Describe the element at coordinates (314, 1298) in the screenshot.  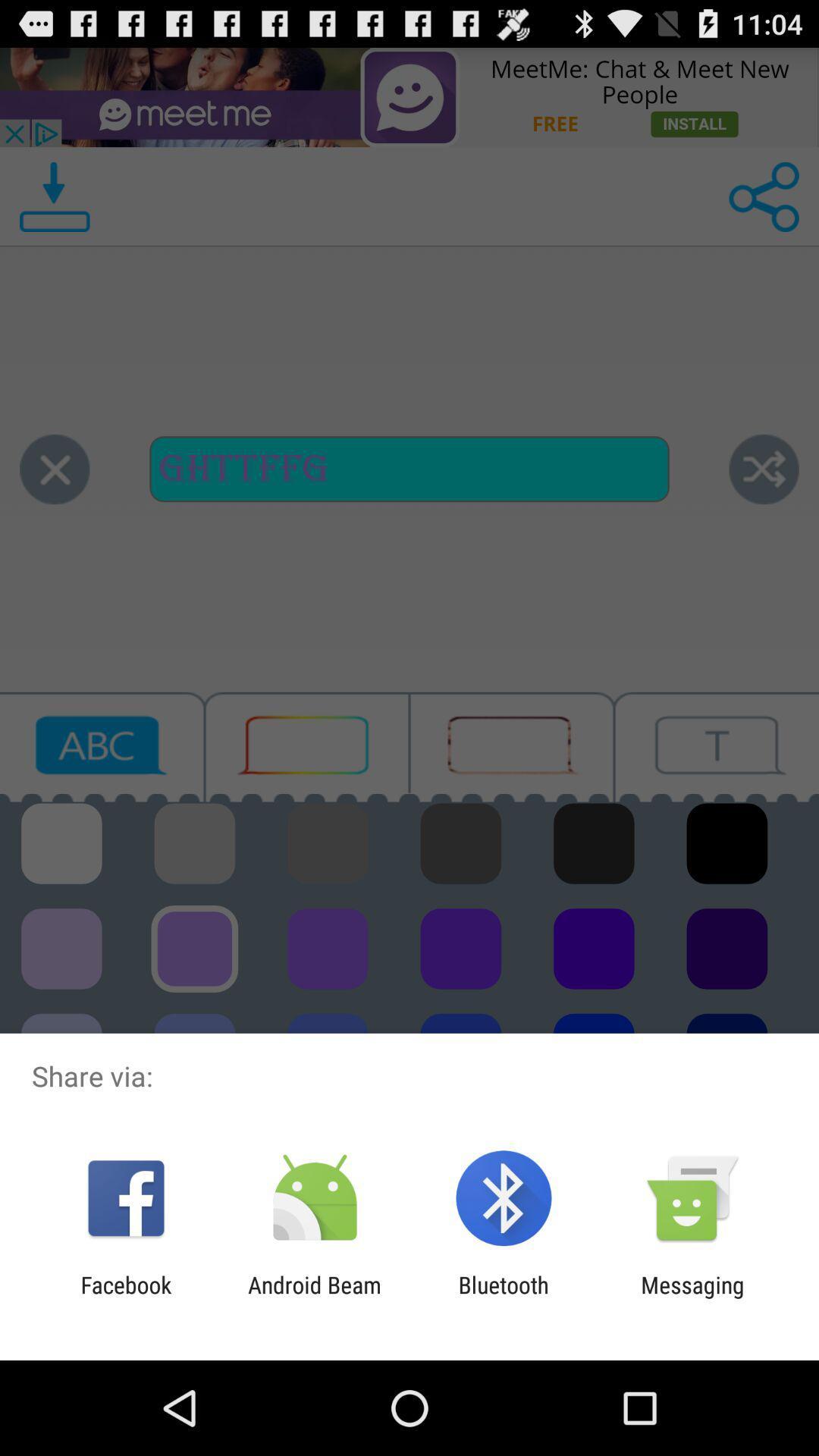
I see `android beam app` at that location.